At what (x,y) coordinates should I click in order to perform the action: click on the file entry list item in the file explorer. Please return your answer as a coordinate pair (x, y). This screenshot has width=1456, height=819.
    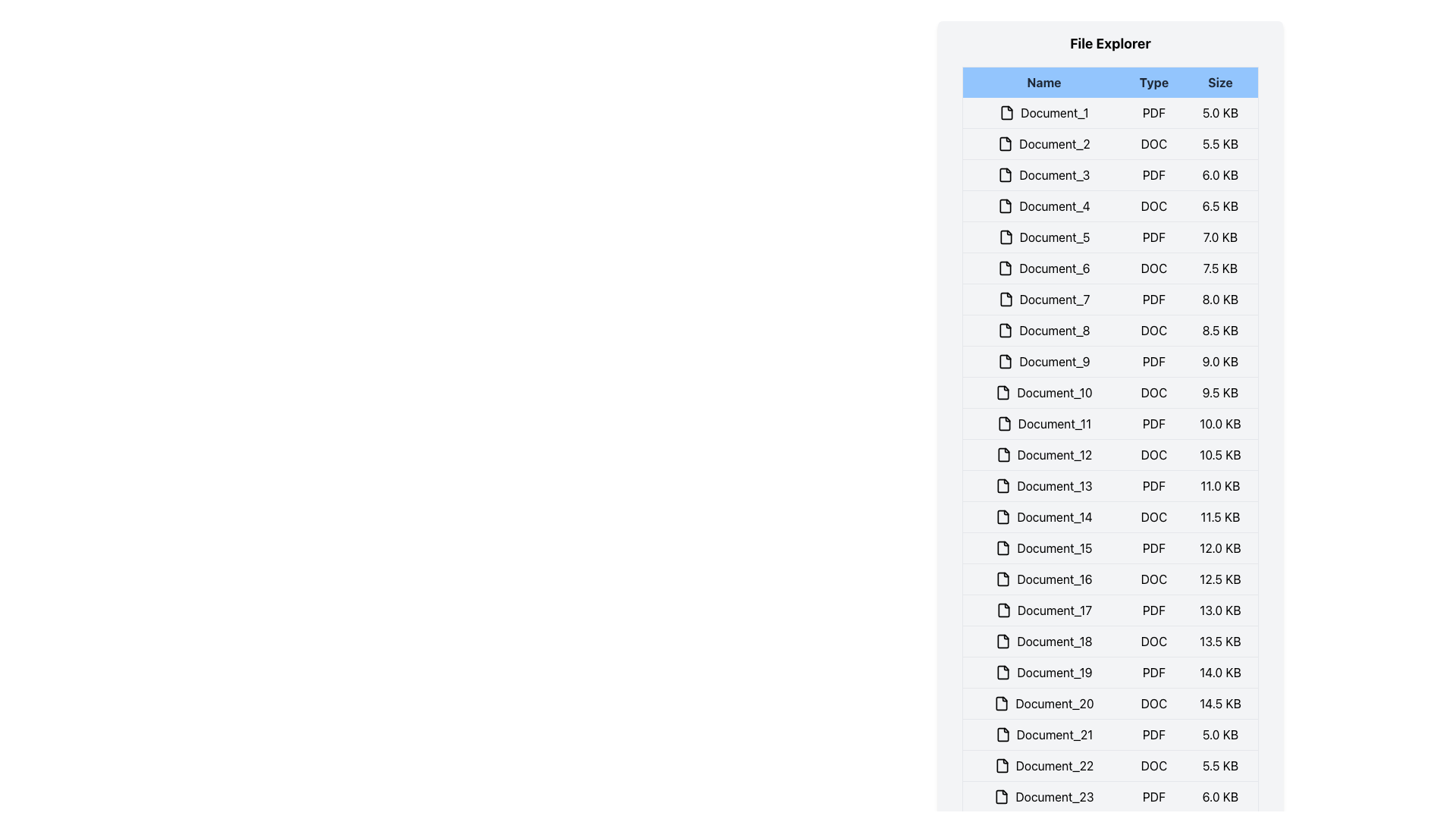
    Looking at the image, I should click on (1110, 579).